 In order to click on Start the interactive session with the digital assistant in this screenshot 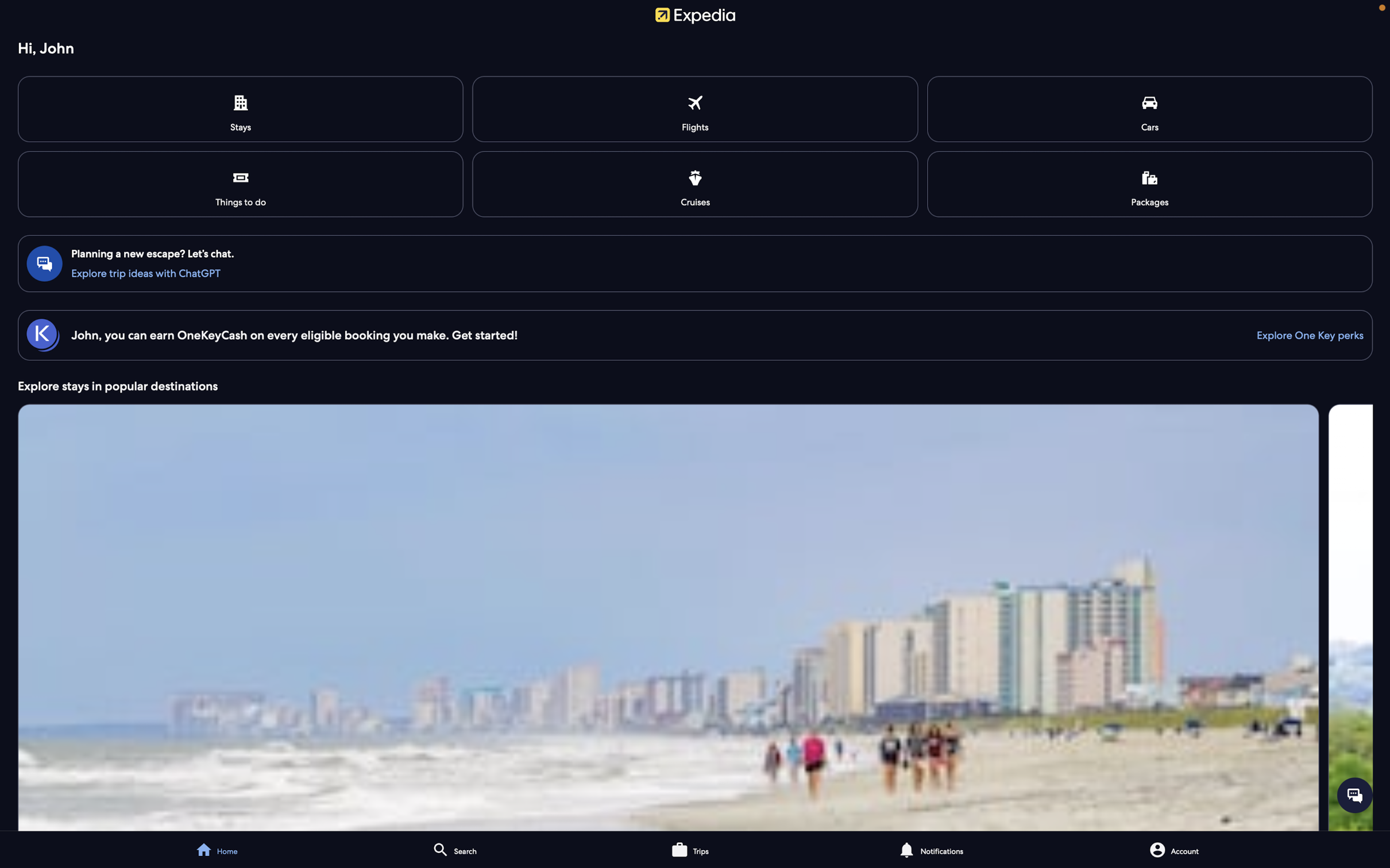, I will do `click(696, 272)`.